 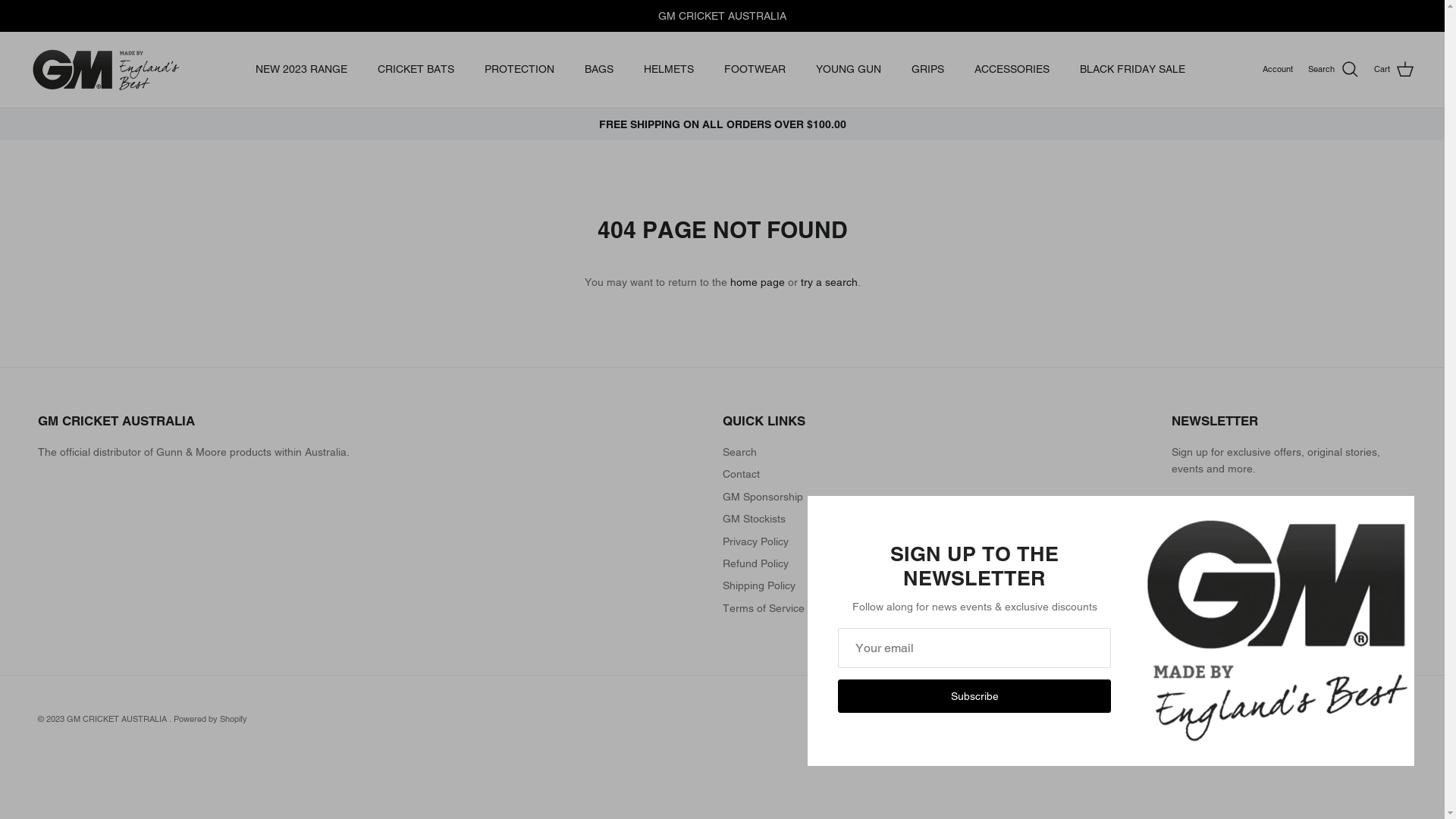 I want to click on 'GM CRICKET AUSTRALIA ', so click(x=105, y=70).